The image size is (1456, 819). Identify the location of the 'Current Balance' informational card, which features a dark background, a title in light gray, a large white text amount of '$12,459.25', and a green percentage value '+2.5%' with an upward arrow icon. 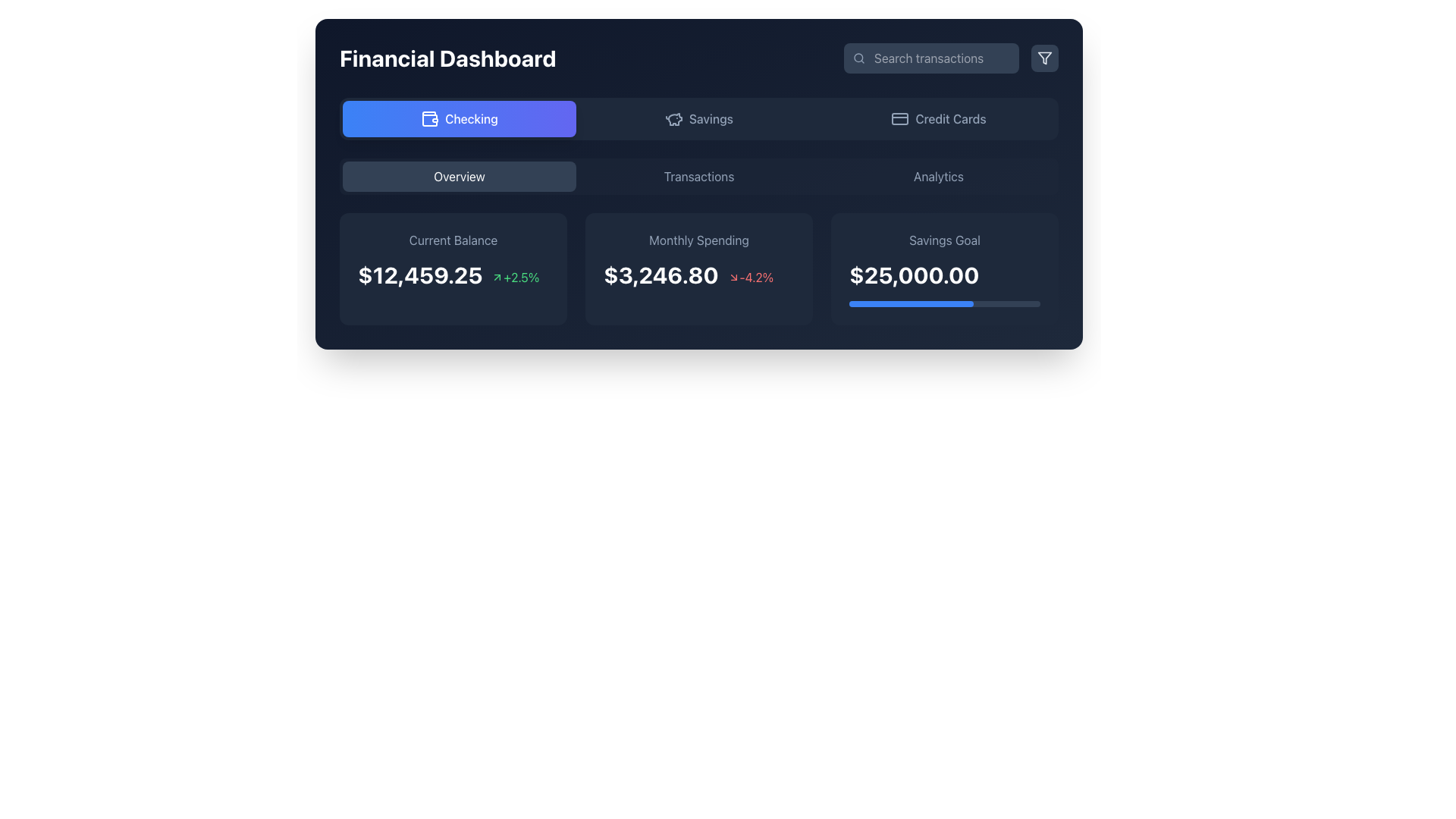
(453, 268).